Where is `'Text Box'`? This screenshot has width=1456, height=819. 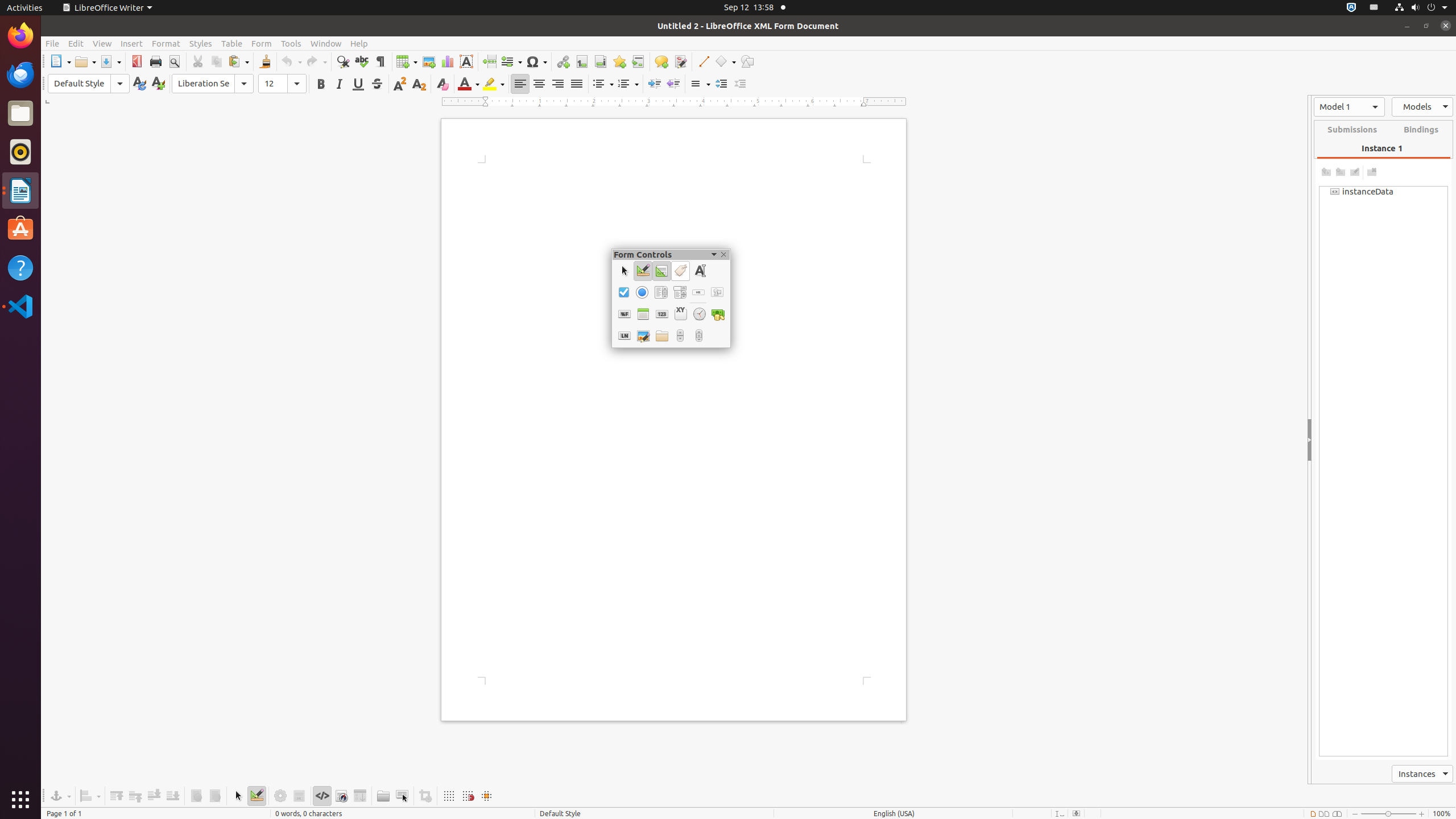 'Text Box' is located at coordinates (698, 270).